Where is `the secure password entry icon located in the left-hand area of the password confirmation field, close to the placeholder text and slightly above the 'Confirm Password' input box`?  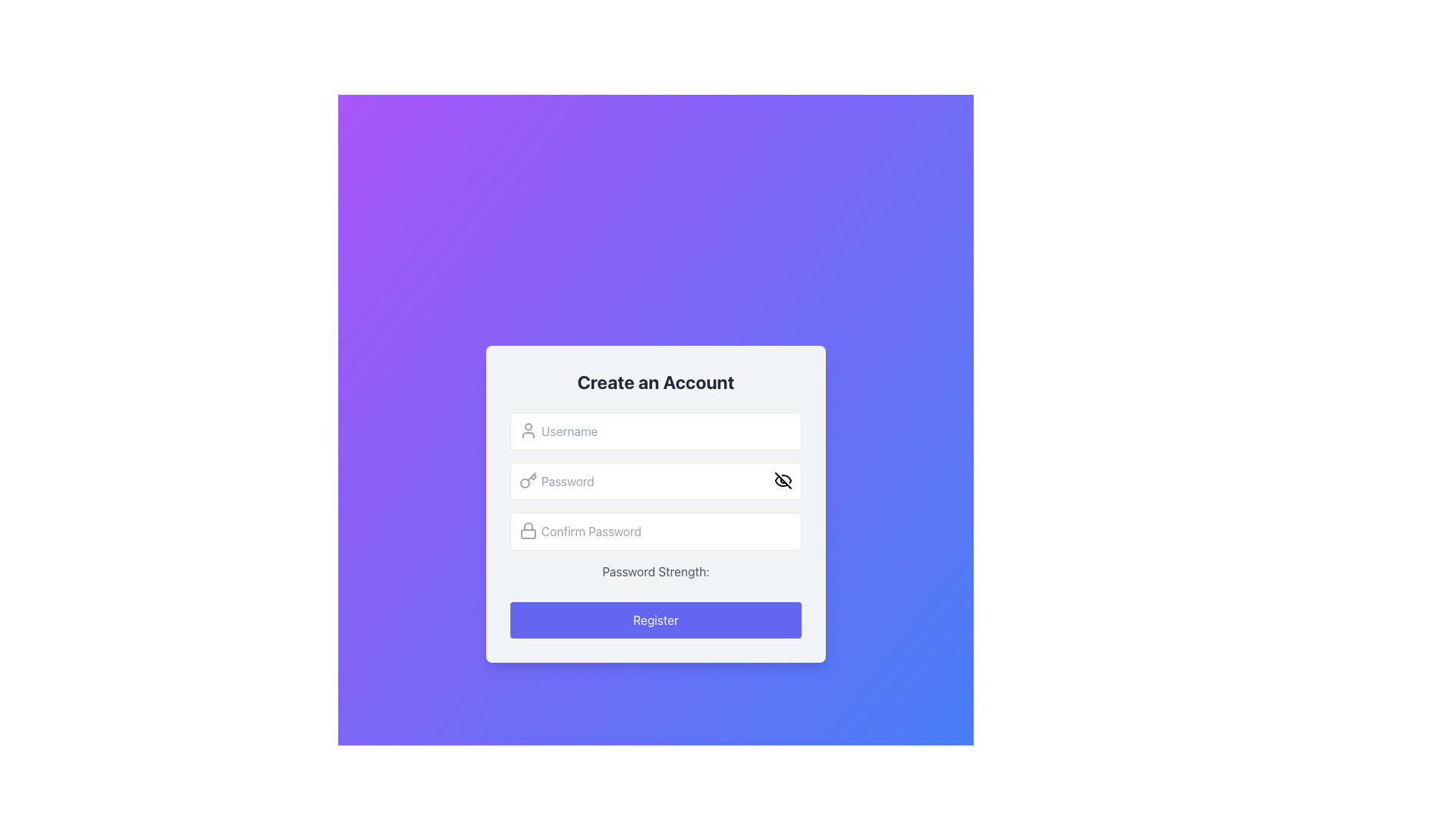 the secure password entry icon located in the left-hand area of the password confirmation field, close to the placeholder text and slightly above the 'Confirm Password' input box is located at coordinates (528, 529).